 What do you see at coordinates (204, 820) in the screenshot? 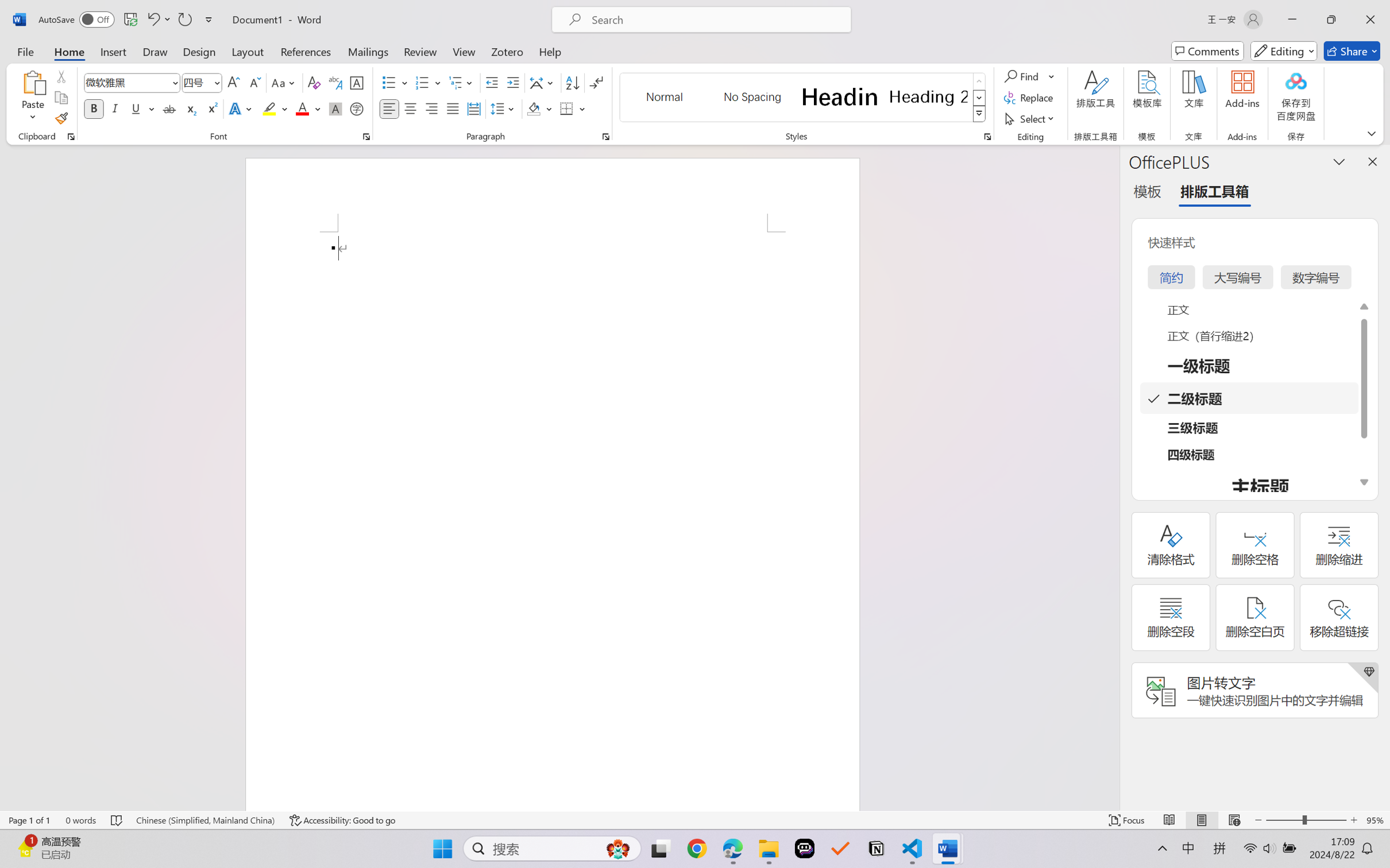
I see `'Language Chinese (Simplified, Mainland China)'` at bounding box center [204, 820].